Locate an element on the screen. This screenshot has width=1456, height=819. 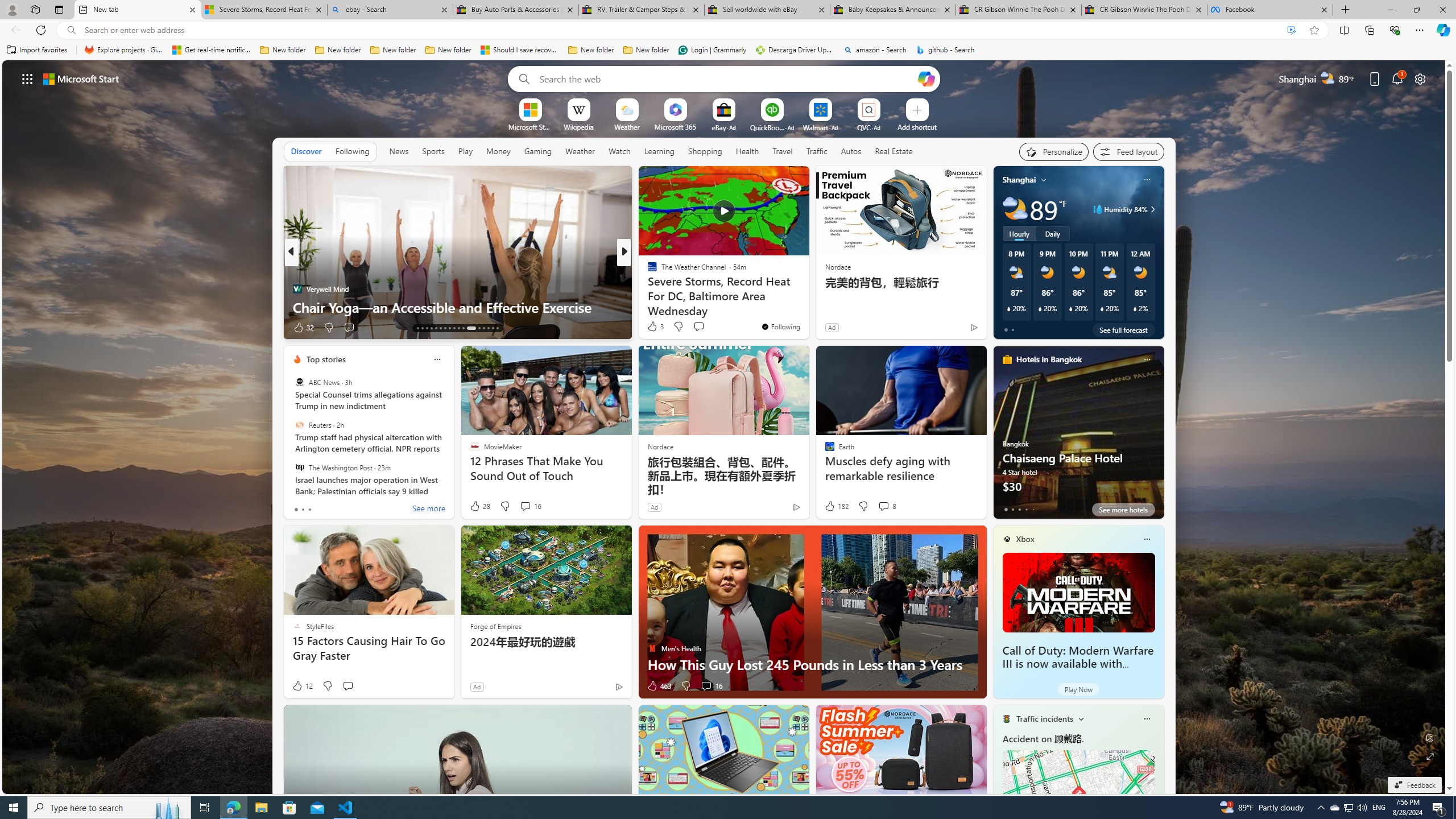
'Daily' is located at coordinates (1052, 233).